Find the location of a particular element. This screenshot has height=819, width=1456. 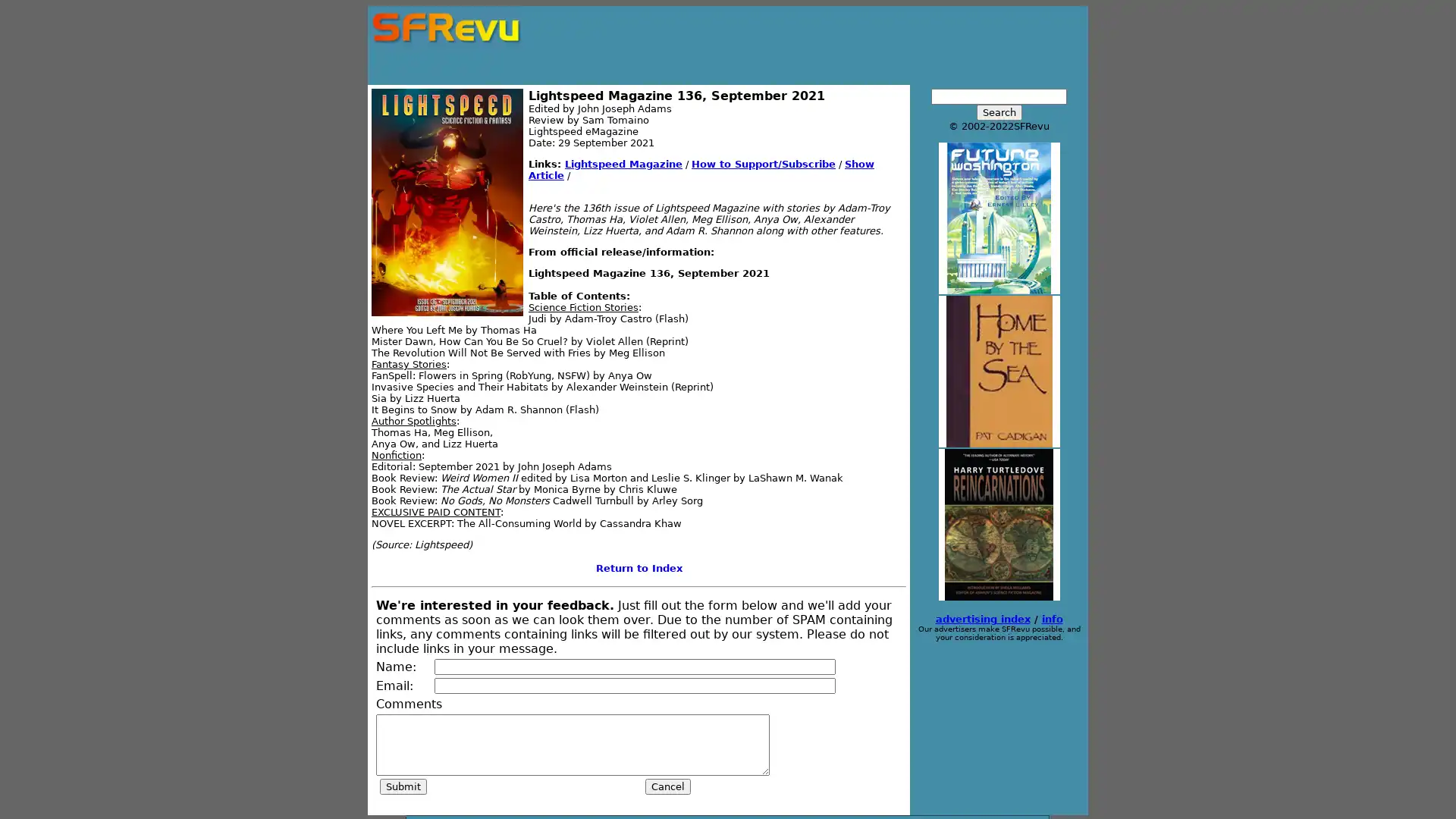

Submit is located at coordinates (403, 786).